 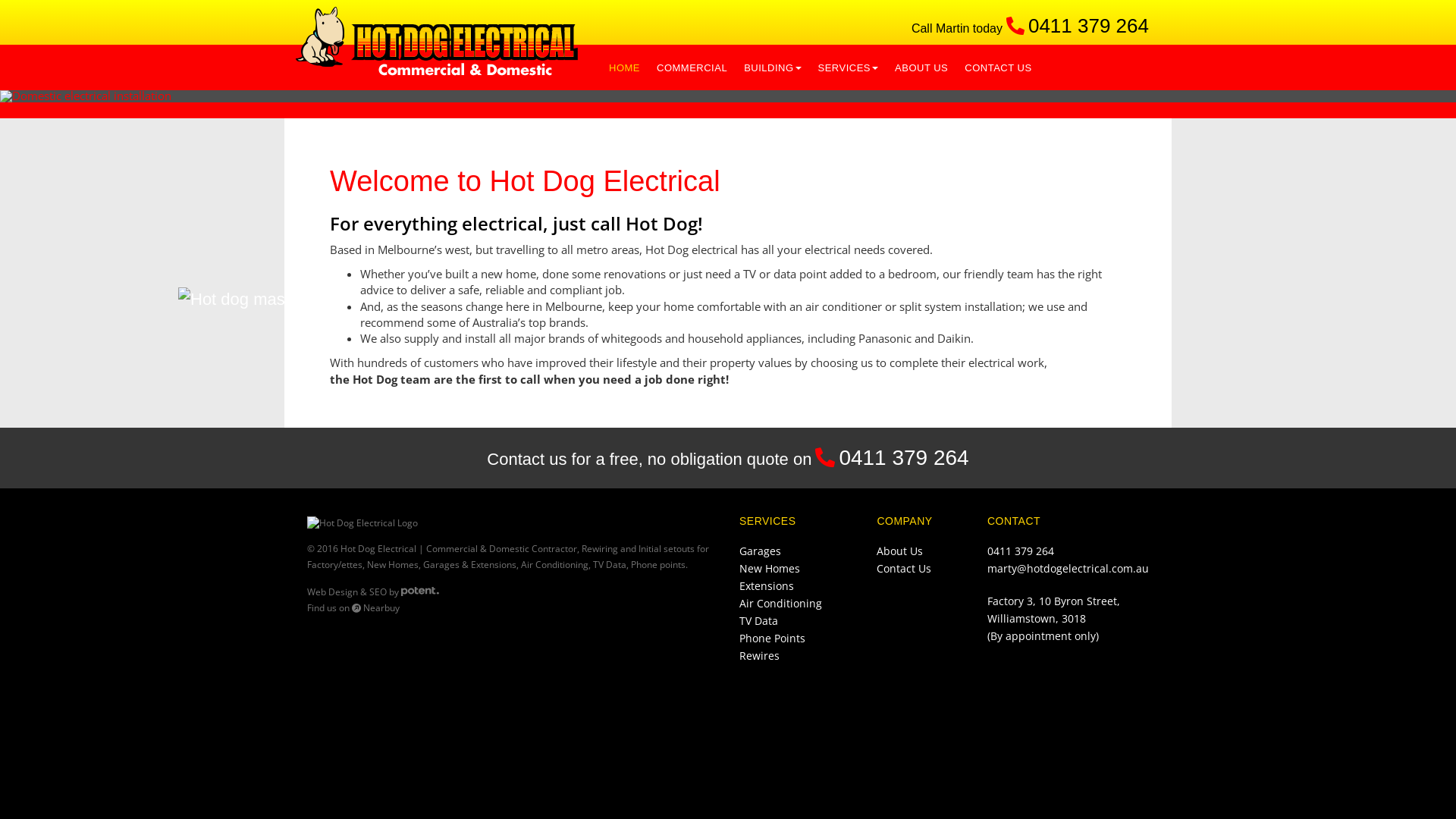 What do you see at coordinates (759, 654) in the screenshot?
I see `'Rewires'` at bounding box center [759, 654].